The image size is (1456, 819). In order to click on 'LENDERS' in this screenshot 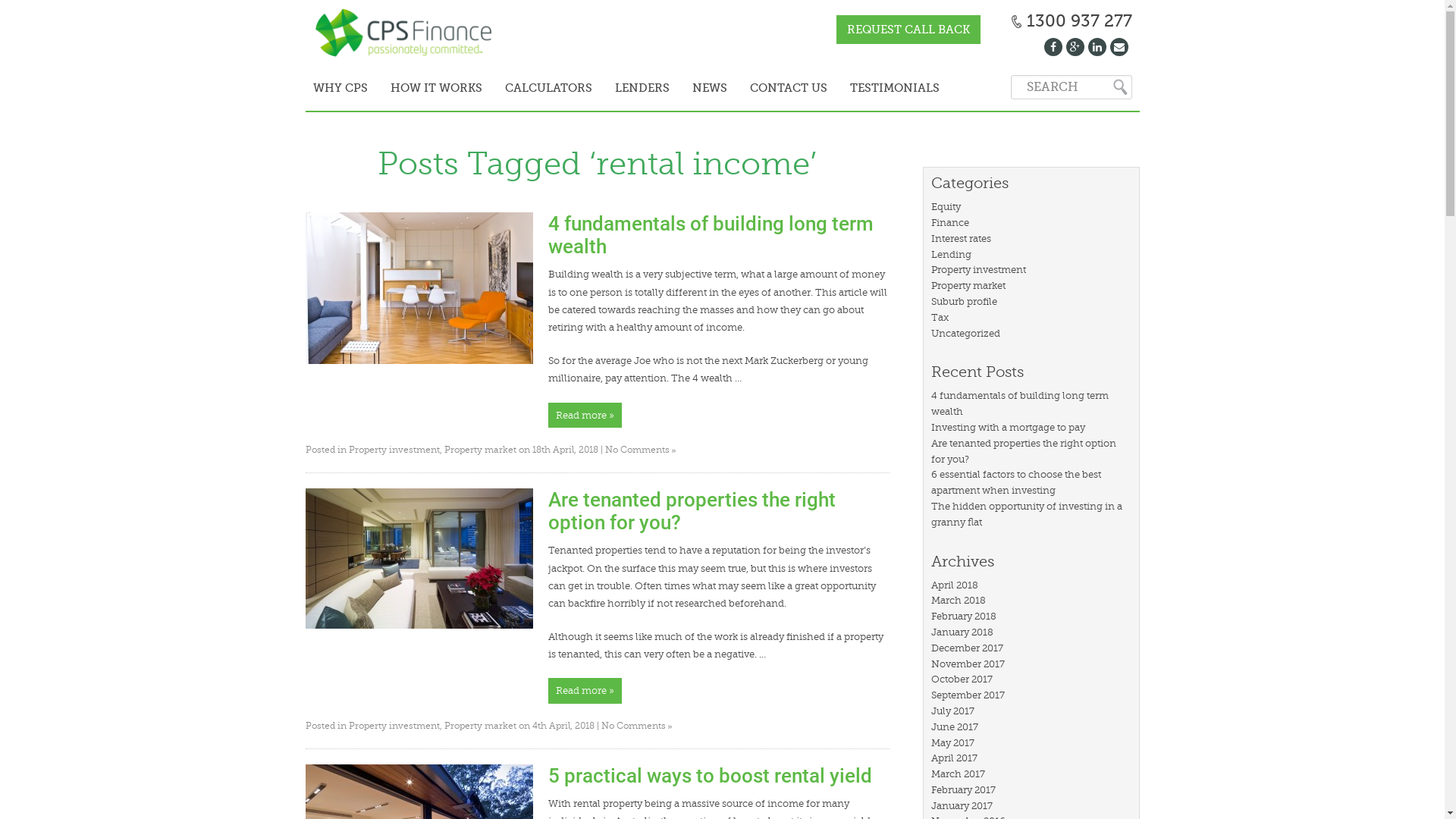, I will do `click(642, 86)`.